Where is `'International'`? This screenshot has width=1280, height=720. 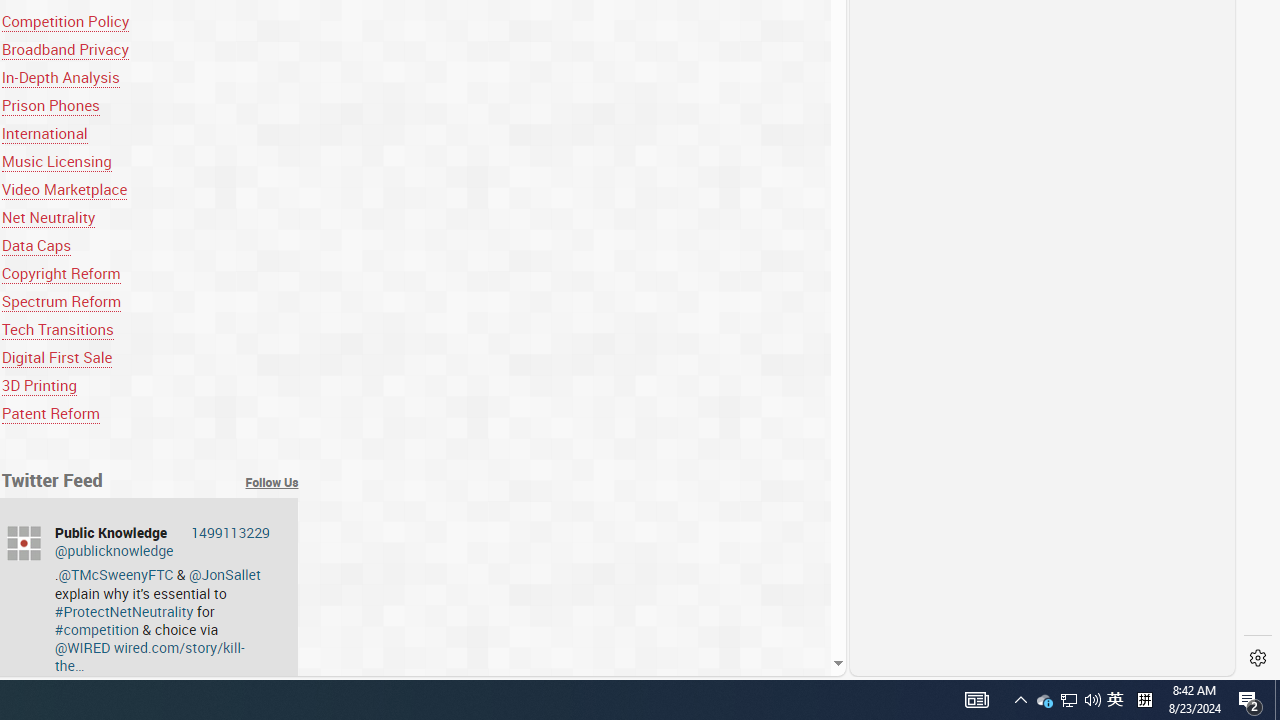
'International' is located at coordinates (44, 133).